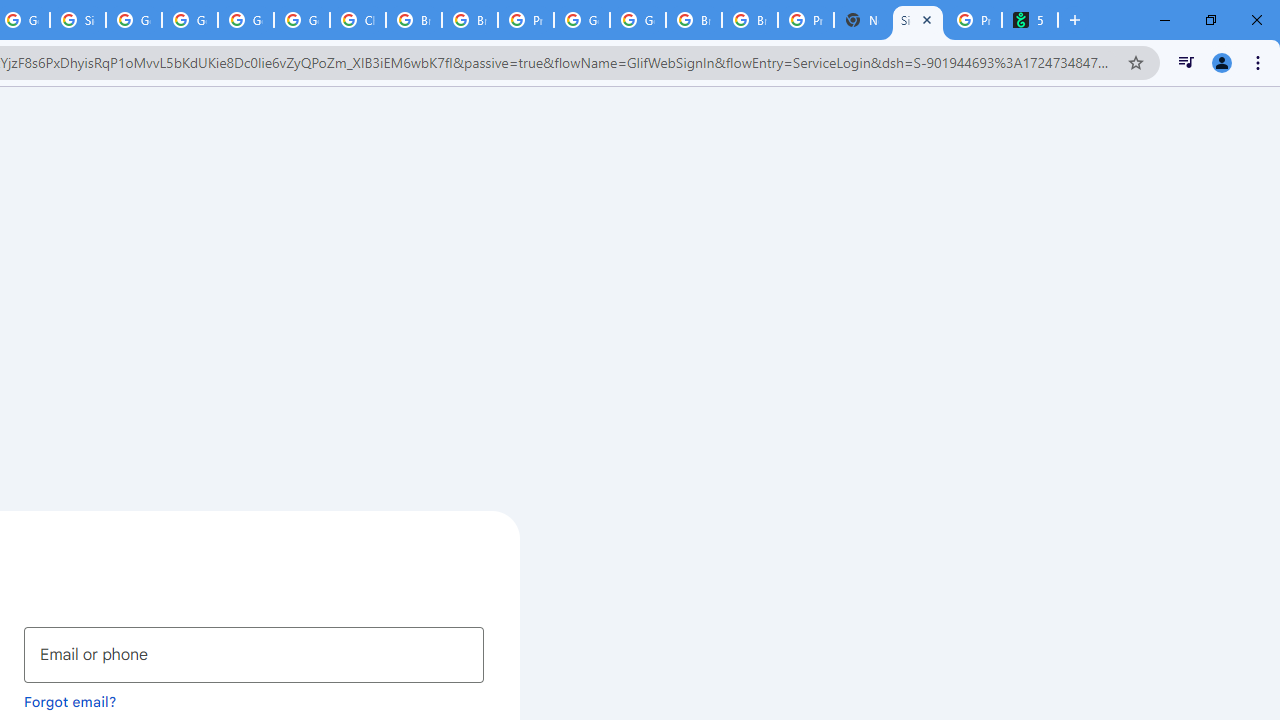 Image resolution: width=1280 pixels, height=720 pixels. What do you see at coordinates (581, 20) in the screenshot?
I see `'Google Cloud Platform'` at bounding box center [581, 20].